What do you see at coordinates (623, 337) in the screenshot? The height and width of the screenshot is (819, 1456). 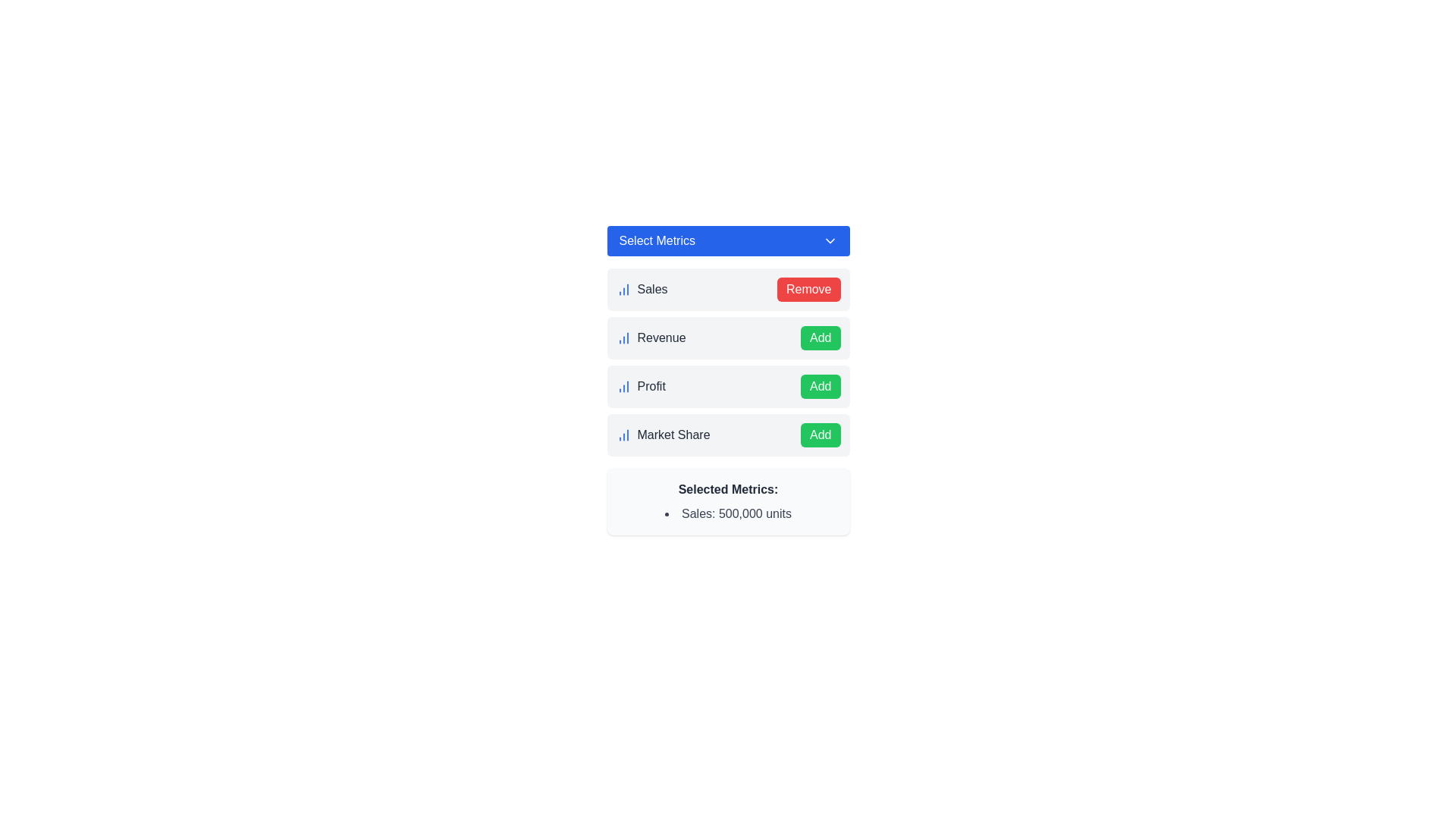 I see `the blue column chart icon located to the left of the 'Revenue' text, which is the second element in the vertical list of icons` at bounding box center [623, 337].